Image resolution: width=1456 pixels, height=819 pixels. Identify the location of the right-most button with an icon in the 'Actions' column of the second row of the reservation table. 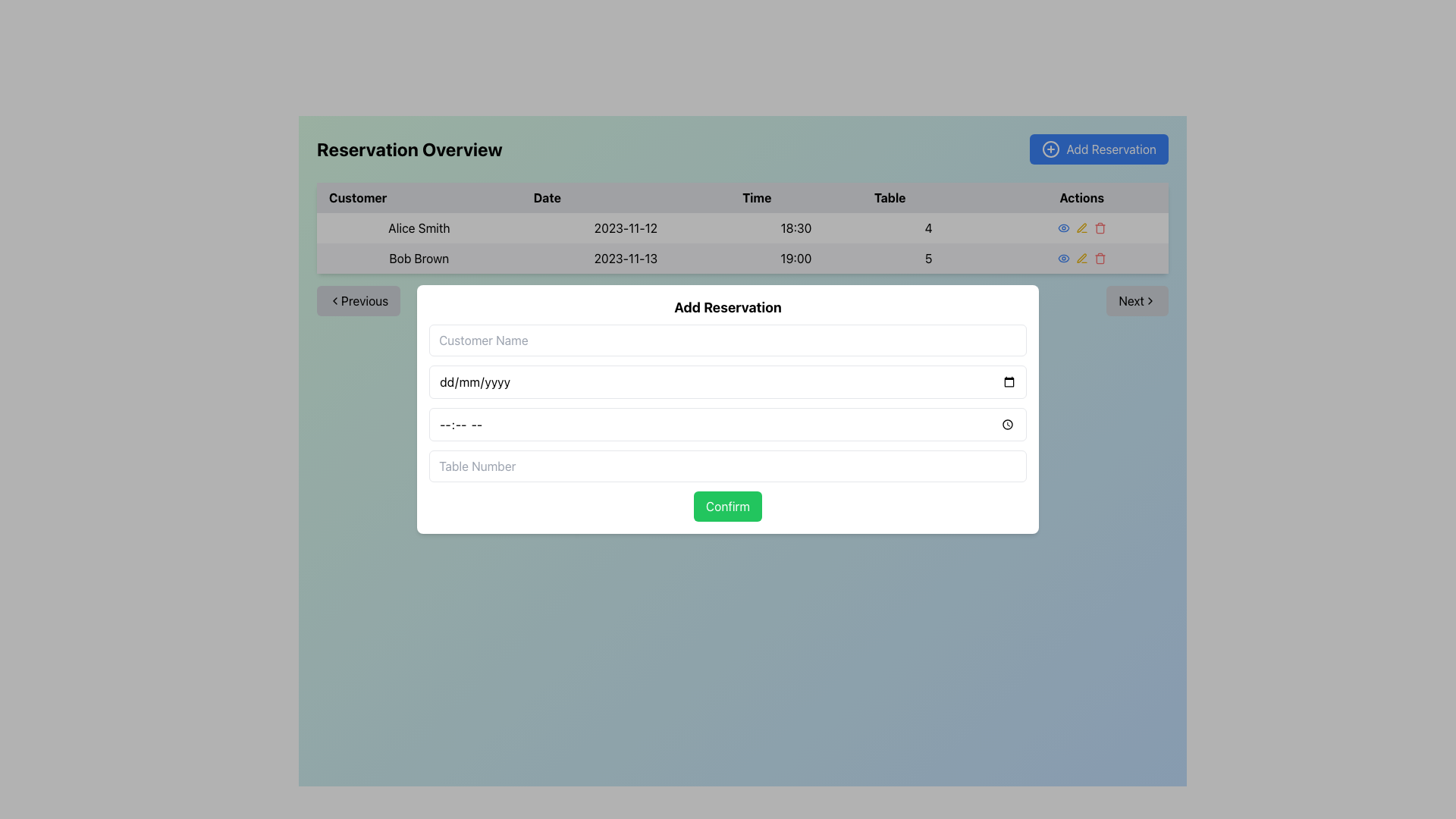
(1100, 257).